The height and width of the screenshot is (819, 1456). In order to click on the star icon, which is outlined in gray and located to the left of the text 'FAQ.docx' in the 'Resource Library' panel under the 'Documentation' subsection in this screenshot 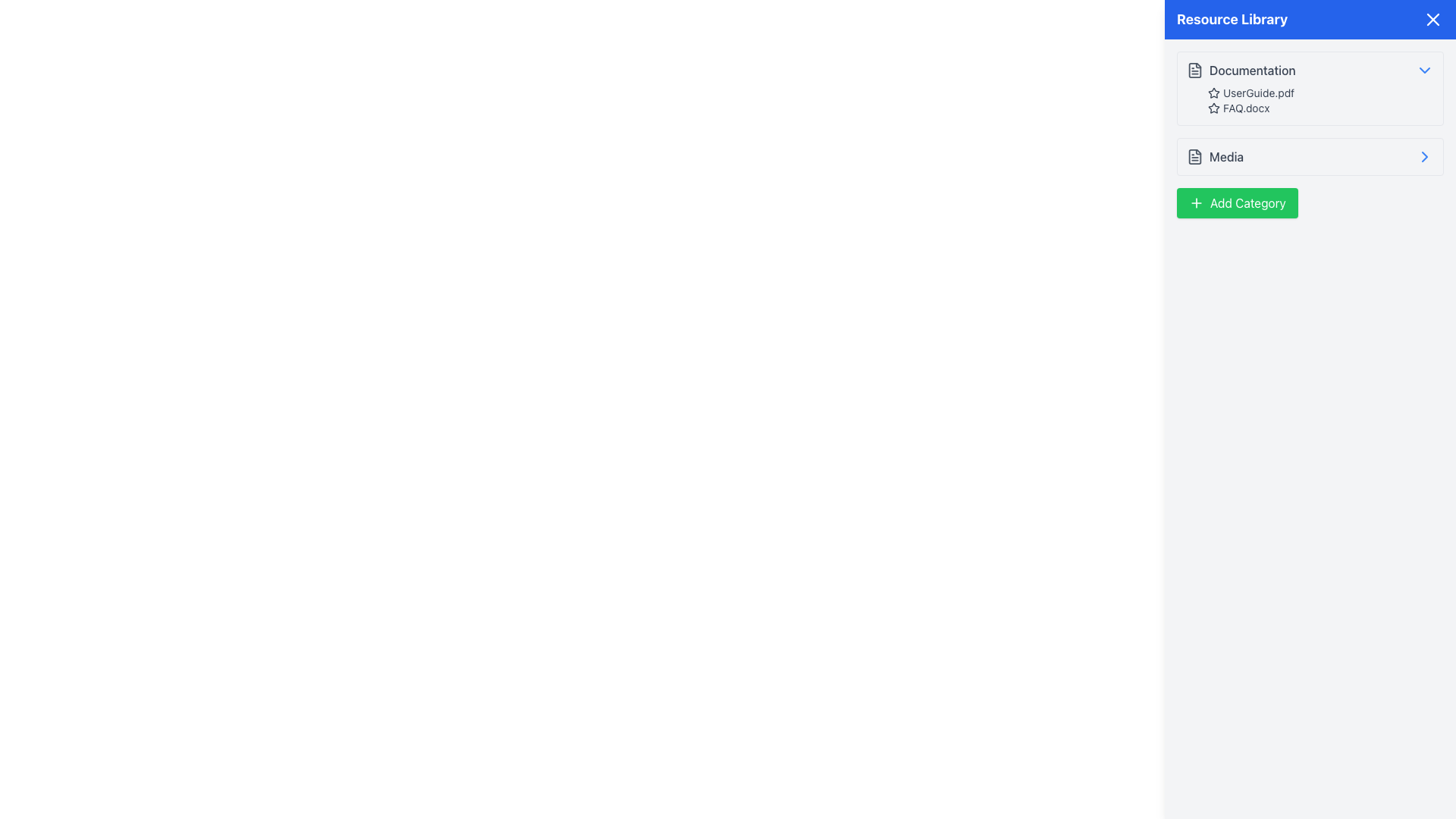, I will do `click(1214, 107)`.